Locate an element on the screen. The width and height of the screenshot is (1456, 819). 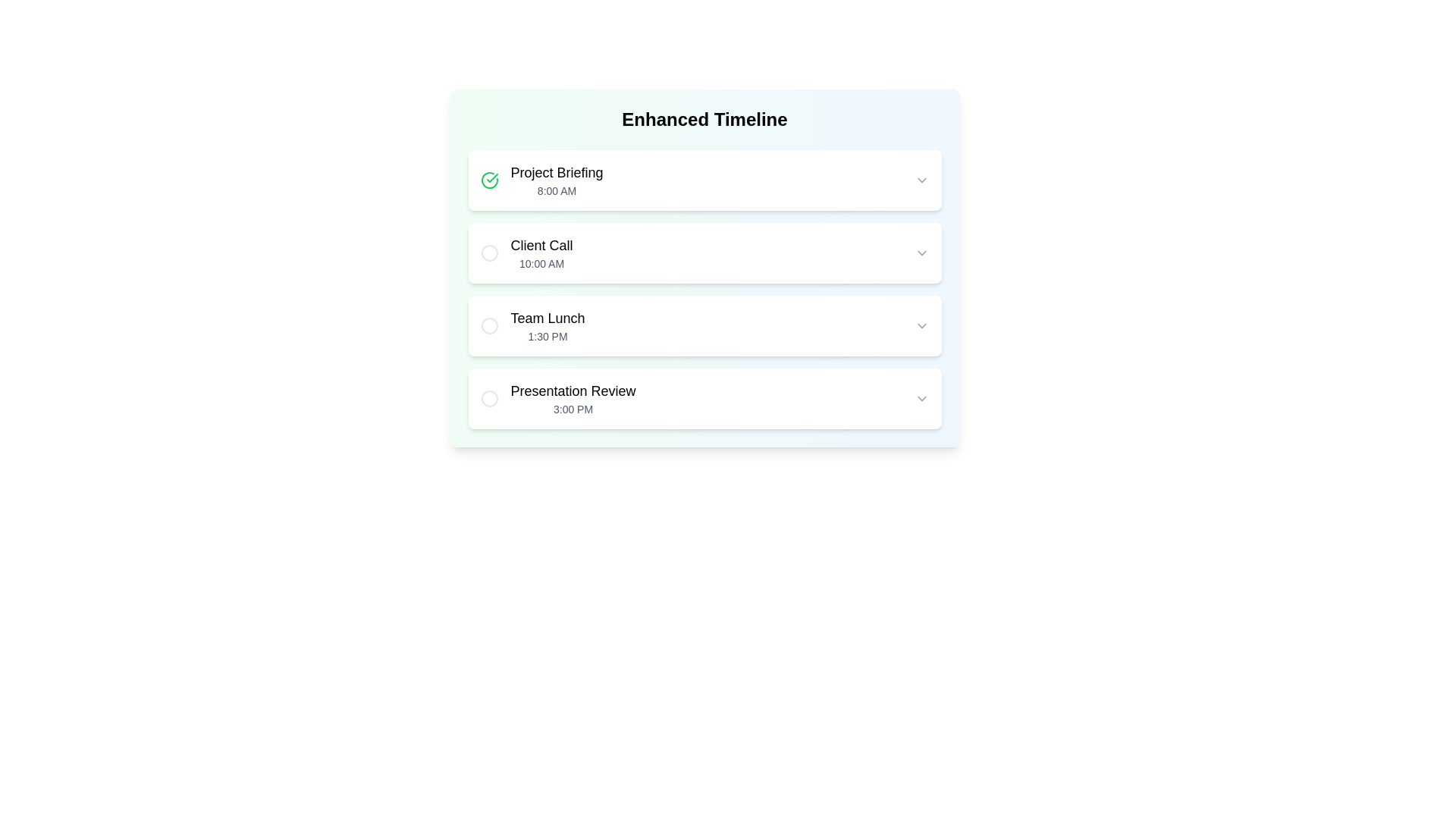
text of the event titled 'Presentation Review' scheduled at '3:00 PM', which is the last item in the vertical list of events is located at coordinates (557, 397).